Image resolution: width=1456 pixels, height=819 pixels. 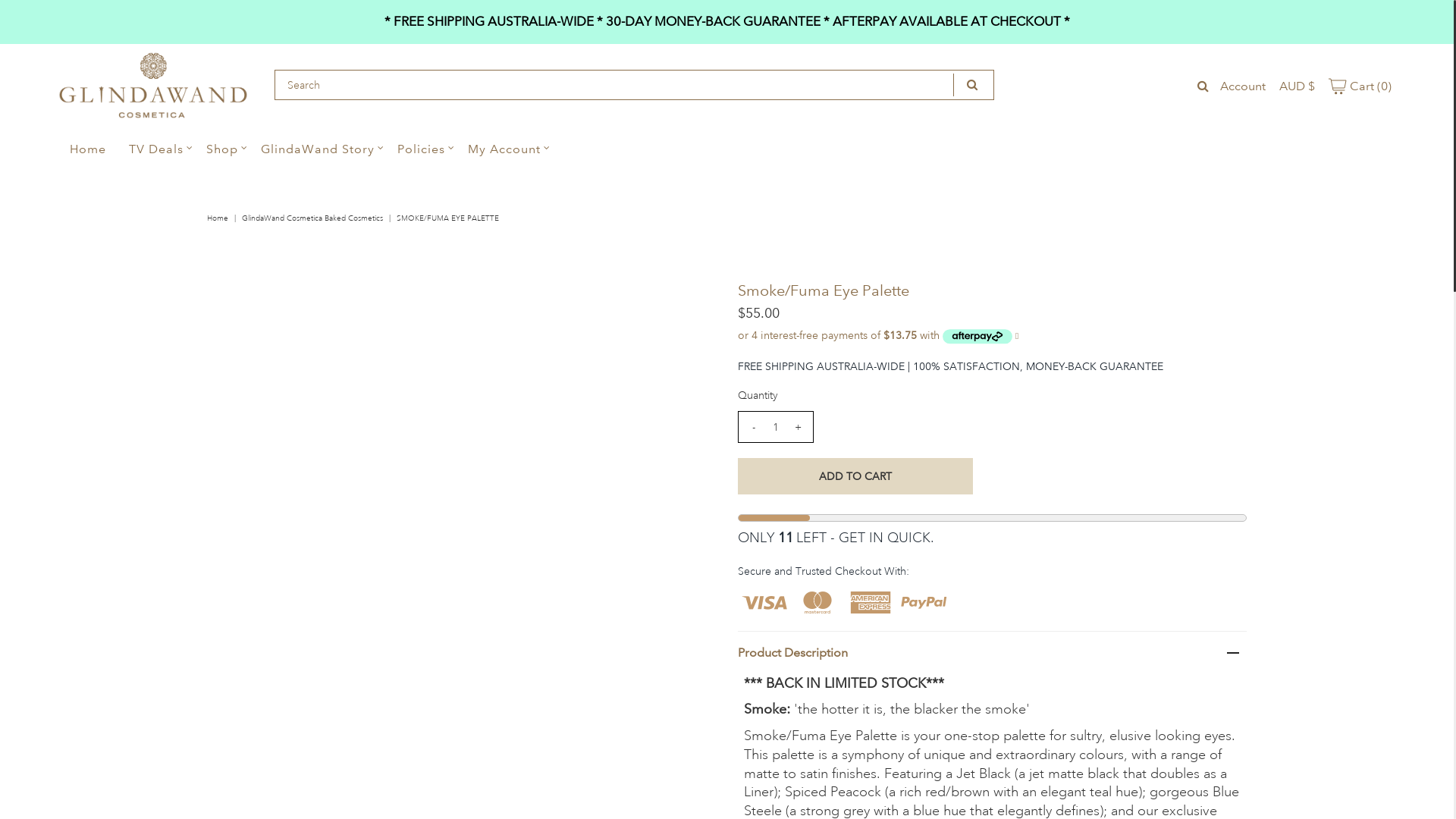 I want to click on 'Policies', so click(x=421, y=149).